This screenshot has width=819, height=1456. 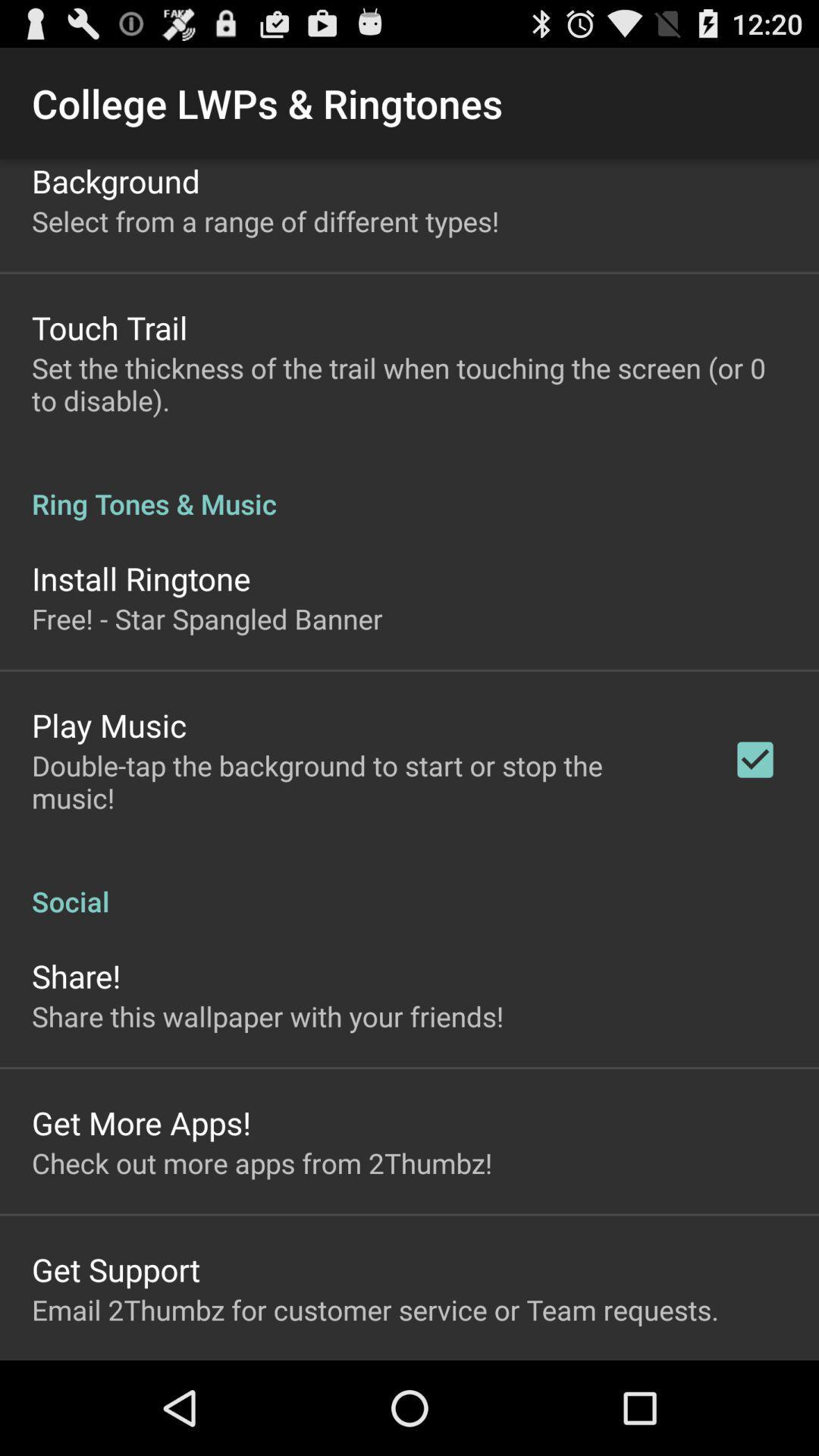 I want to click on the item to the right of the double tap the, so click(x=755, y=760).